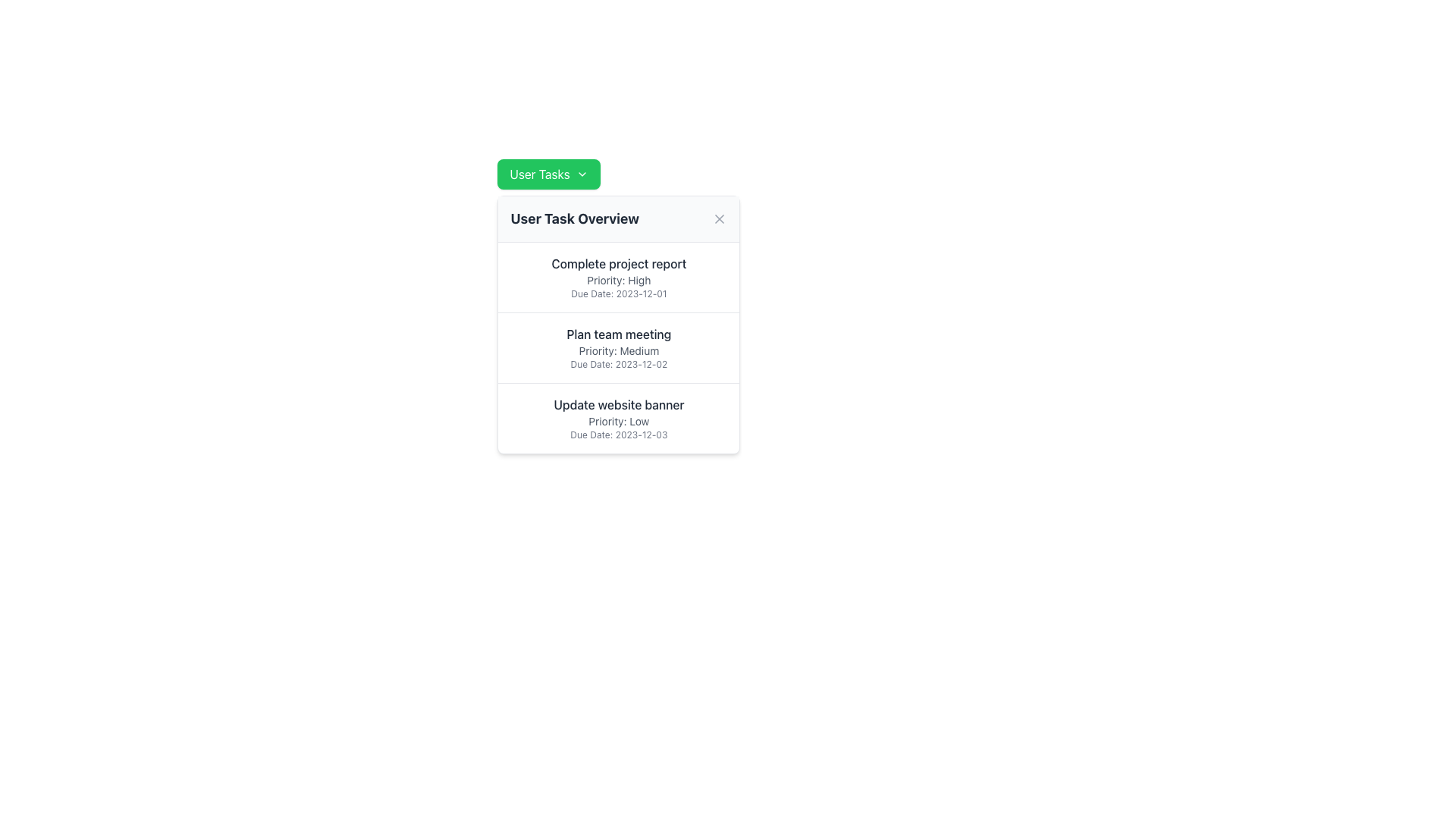 This screenshot has width=1456, height=819. I want to click on due date information displayed in the text label 'Due Date: 2023-12-02', which is located beneath the task title and priority level on the 'Plan team meeting' task card, so click(619, 365).